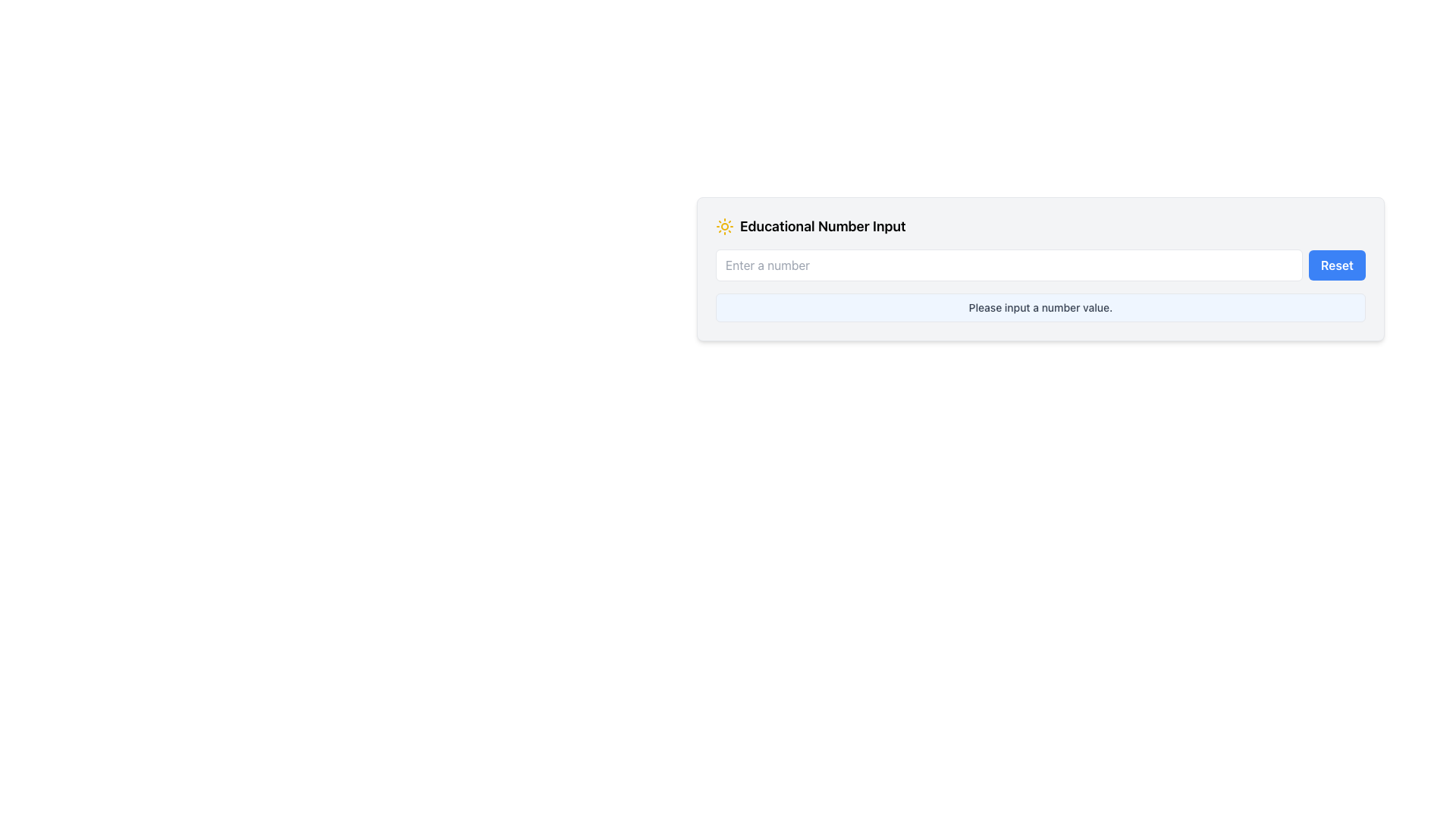 The width and height of the screenshot is (1456, 819). What do you see at coordinates (1040, 307) in the screenshot?
I see `the Text label that provides guidance for the 'Educational Number Input' field, located within a blue-bordered rounded rectangle` at bounding box center [1040, 307].